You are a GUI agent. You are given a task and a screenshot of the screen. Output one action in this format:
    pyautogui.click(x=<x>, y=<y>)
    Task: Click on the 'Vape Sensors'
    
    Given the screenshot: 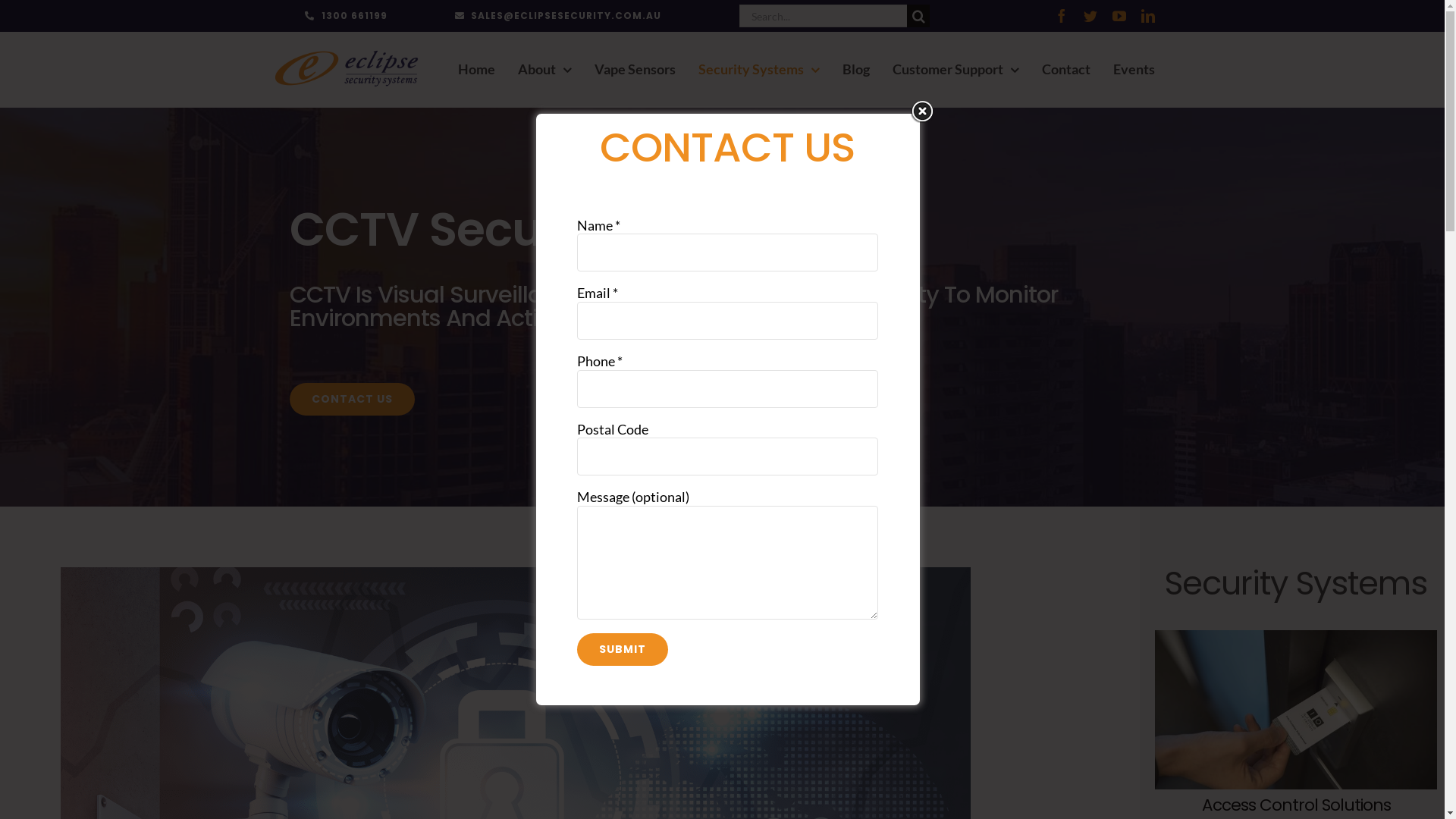 What is the action you would take?
    pyautogui.click(x=635, y=70)
    